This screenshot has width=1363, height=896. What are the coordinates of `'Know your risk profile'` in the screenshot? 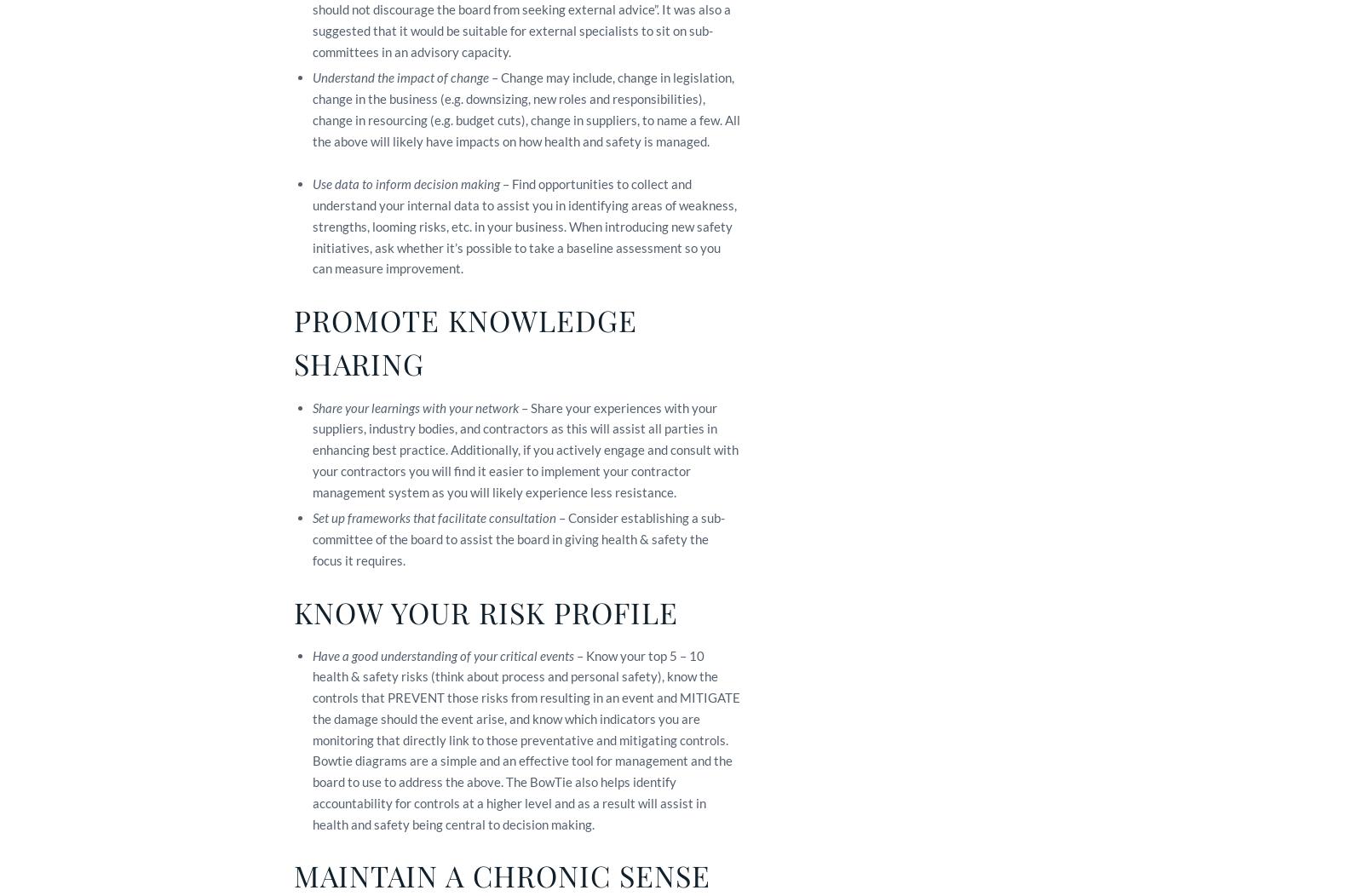 It's located at (485, 611).